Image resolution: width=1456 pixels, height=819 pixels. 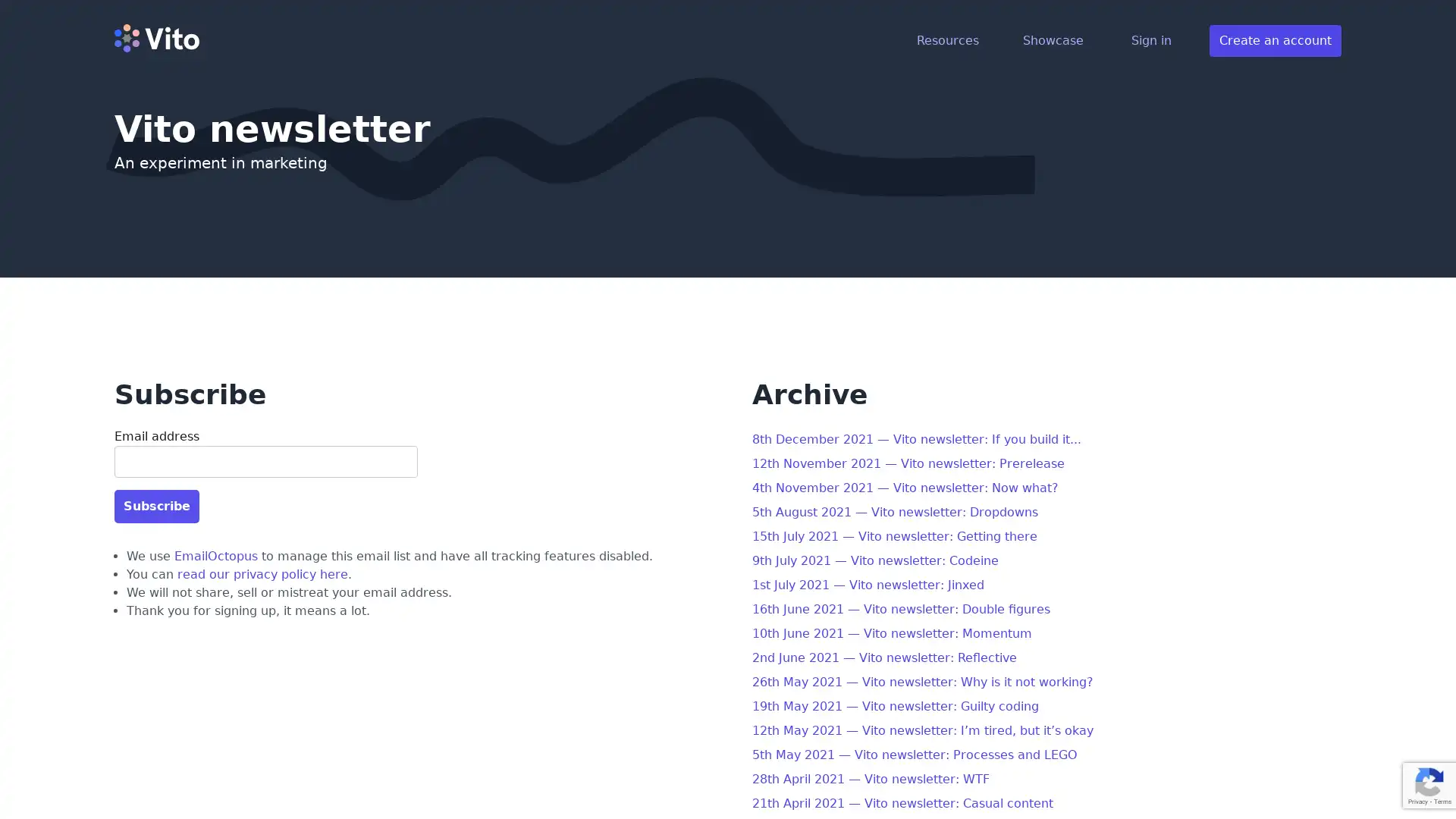 I want to click on Subscribe, so click(x=156, y=506).